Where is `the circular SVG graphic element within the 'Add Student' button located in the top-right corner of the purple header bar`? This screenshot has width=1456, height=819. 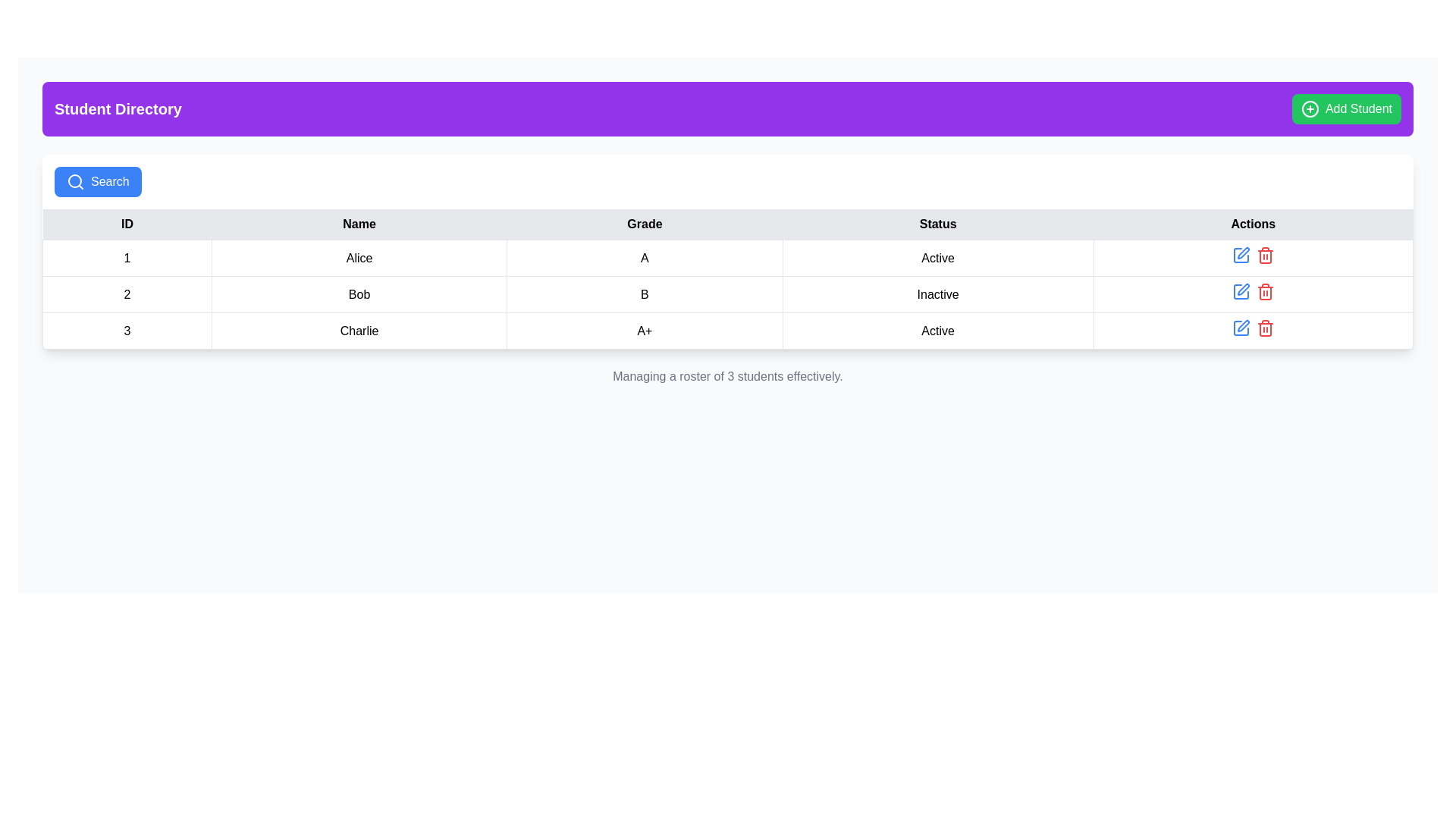
the circular SVG graphic element within the 'Add Student' button located in the top-right corner of the purple header bar is located at coordinates (1310, 108).